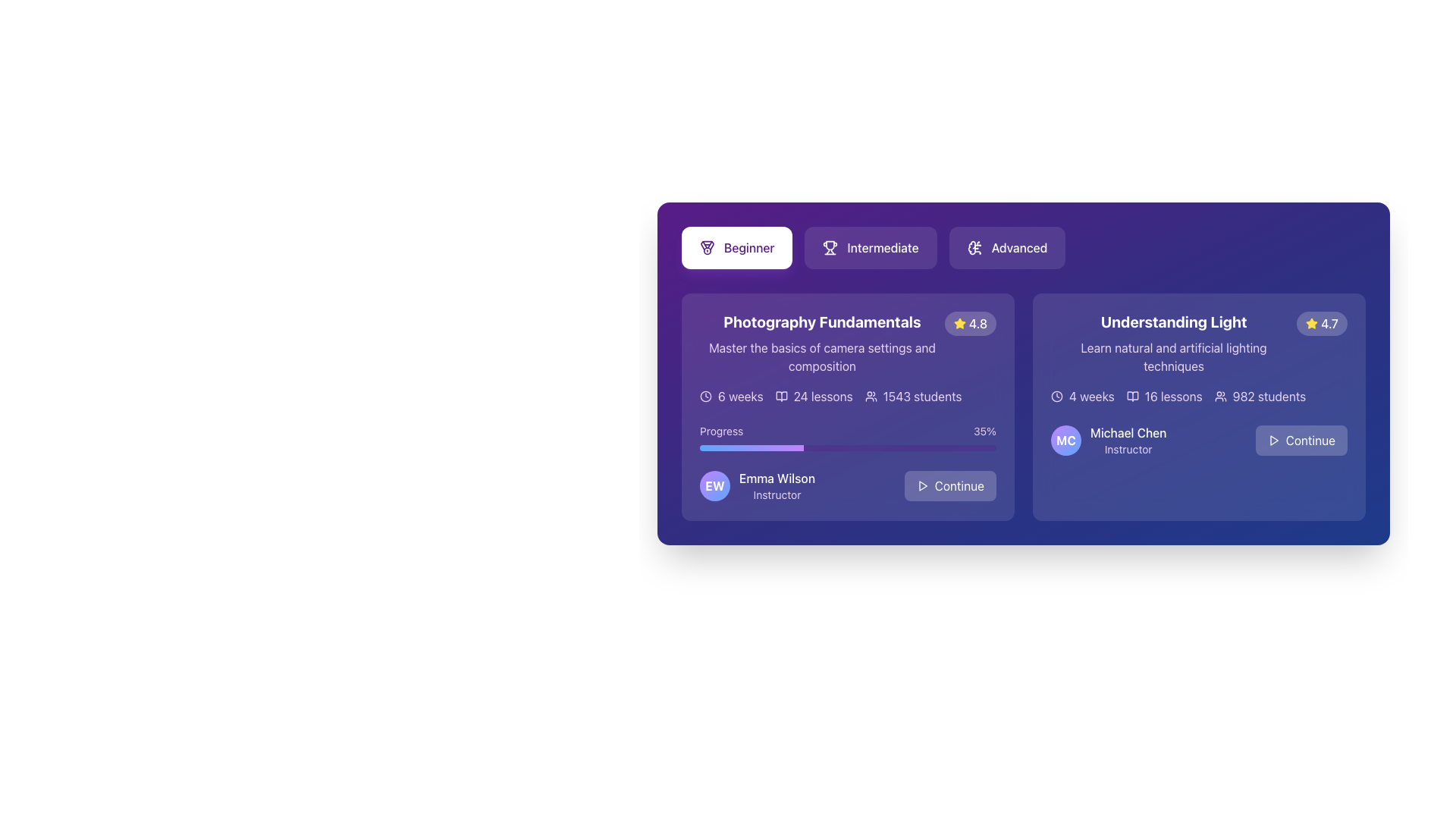 Image resolution: width=1456 pixels, height=819 pixels. Describe the element at coordinates (749, 247) in the screenshot. I see `the 'Beginner' text label, which is located to the right of a medal icon in the leftmost button-like structure of a group of three options` at that location.